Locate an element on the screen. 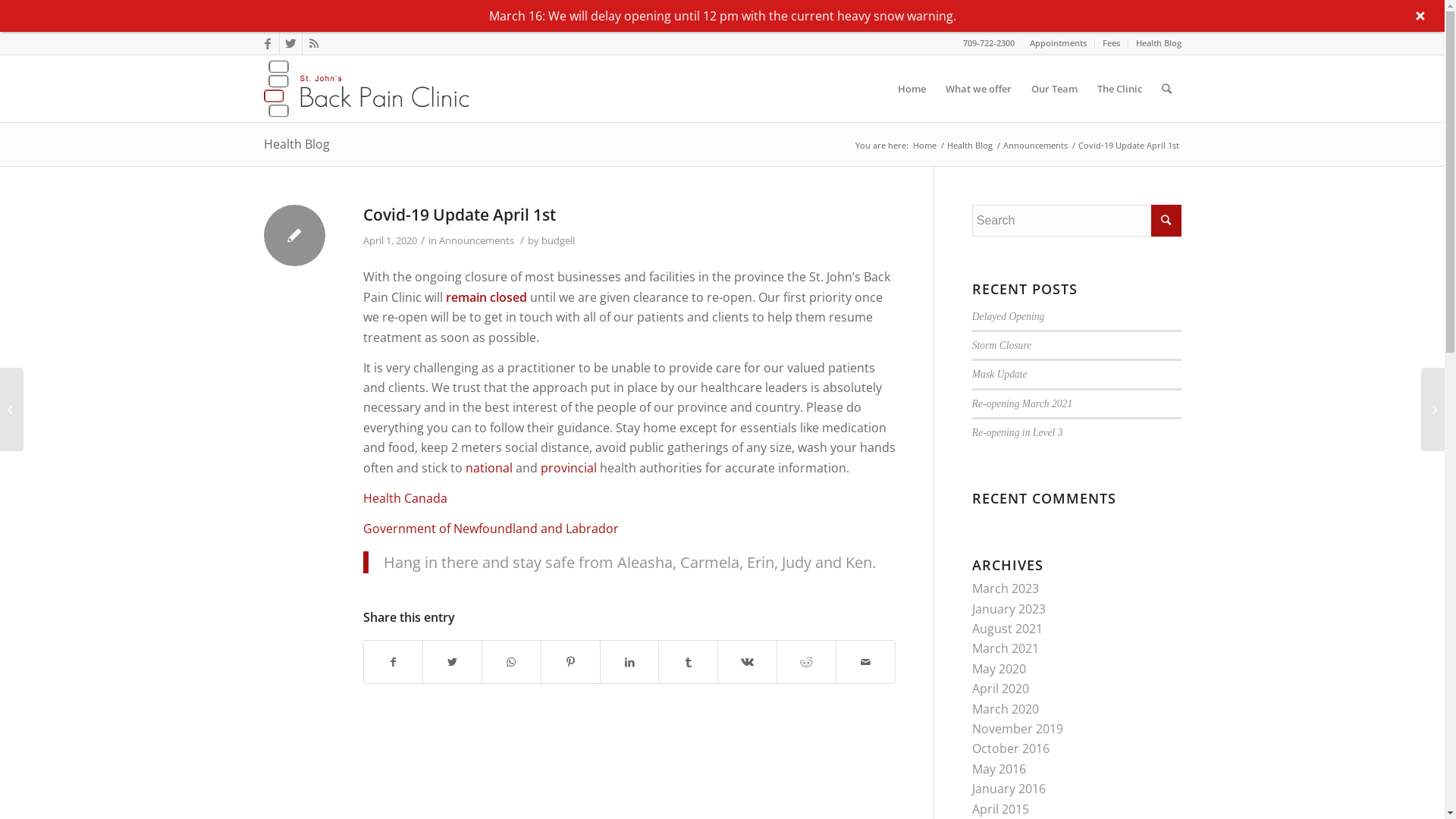 The height and width of the screenshot is (819, 1456). 'August 2021' is located at coordinates (1007, 629).